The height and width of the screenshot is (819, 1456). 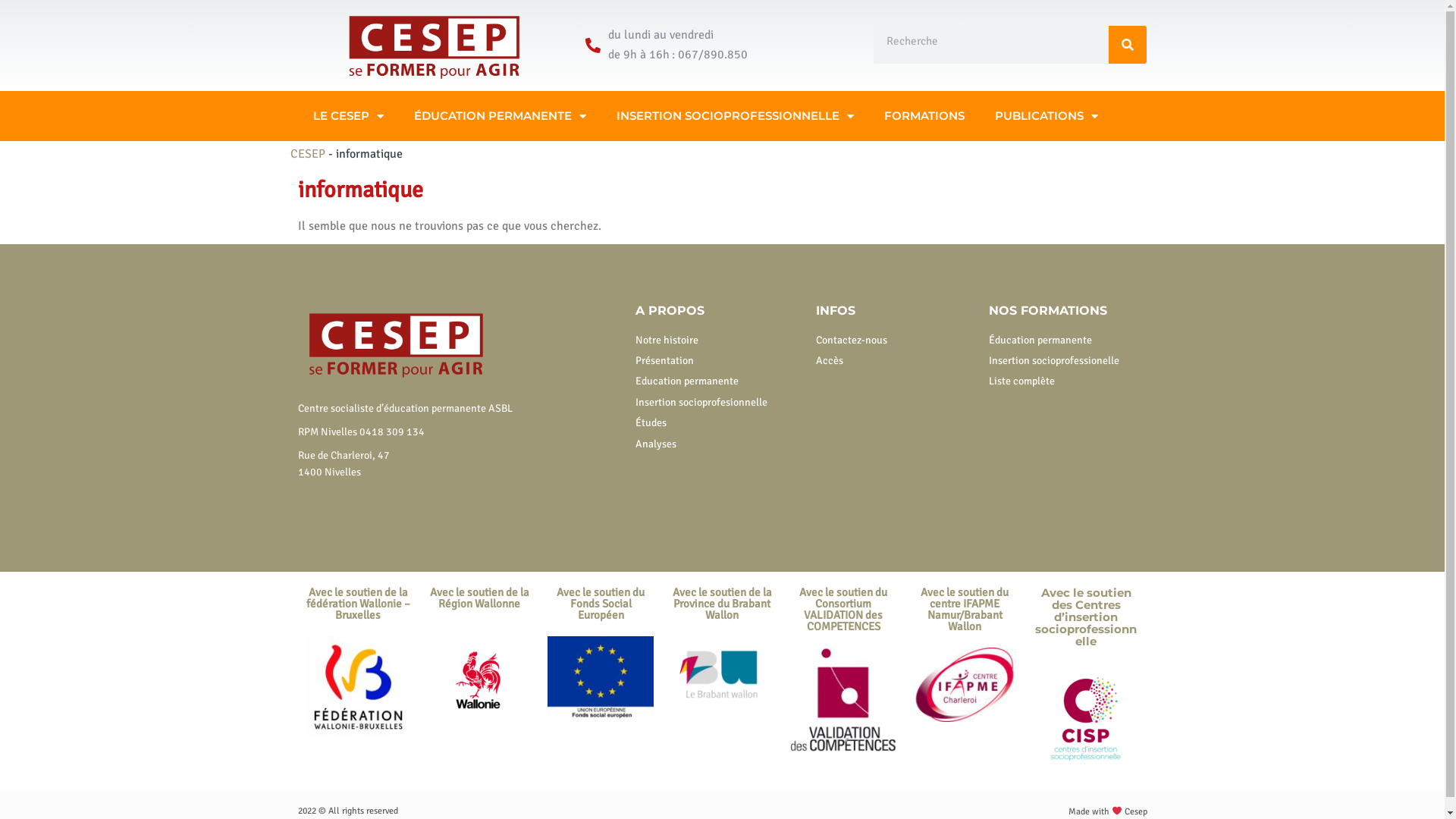 I want to click on 'Contactez-nous', so click(x=895, y=339).